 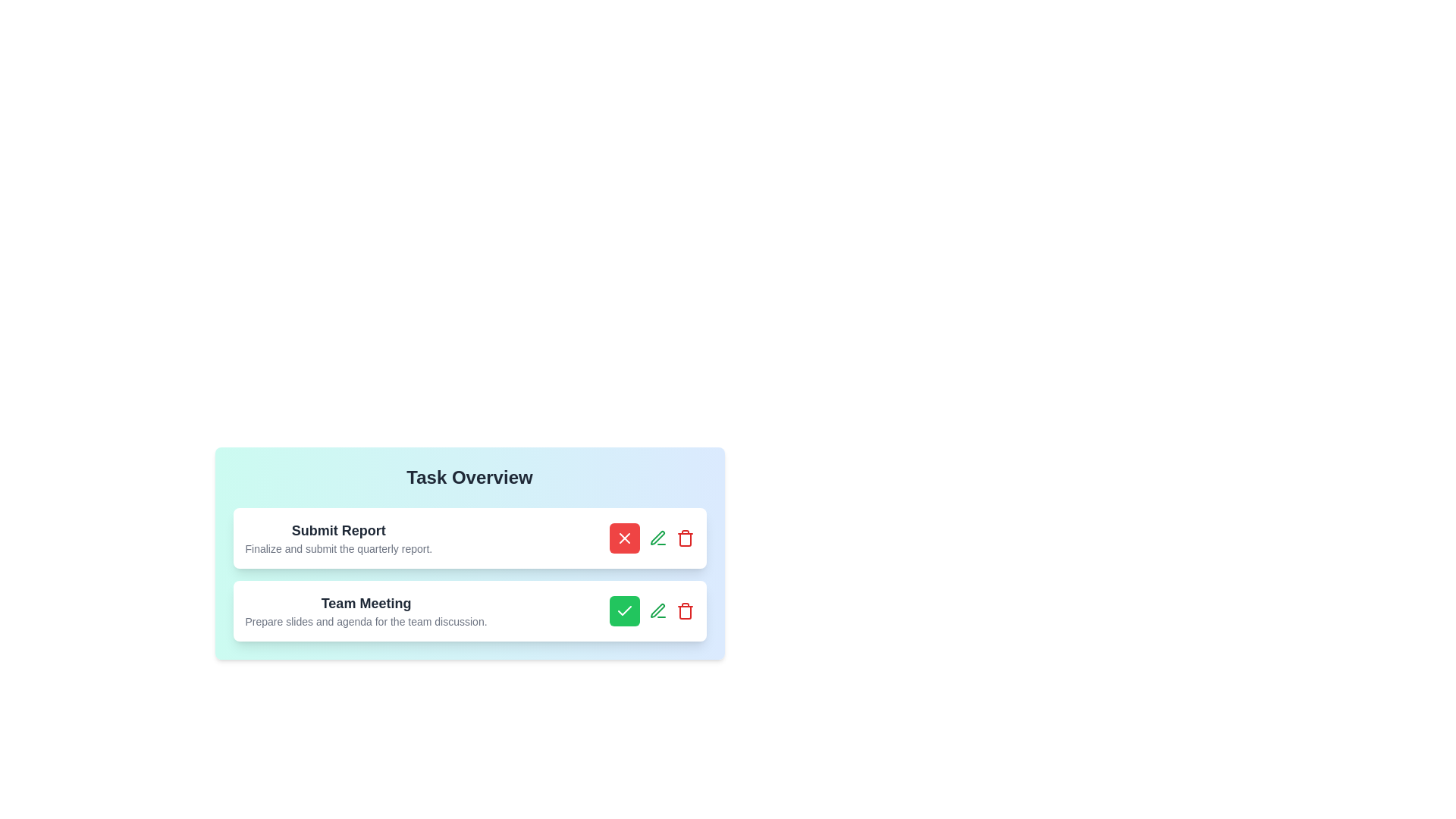 What do you see at coordinates (657, 537) in the screenshot?
I see `edit button for the task titled 'Submit Report'` at bounding box center [657, 537].